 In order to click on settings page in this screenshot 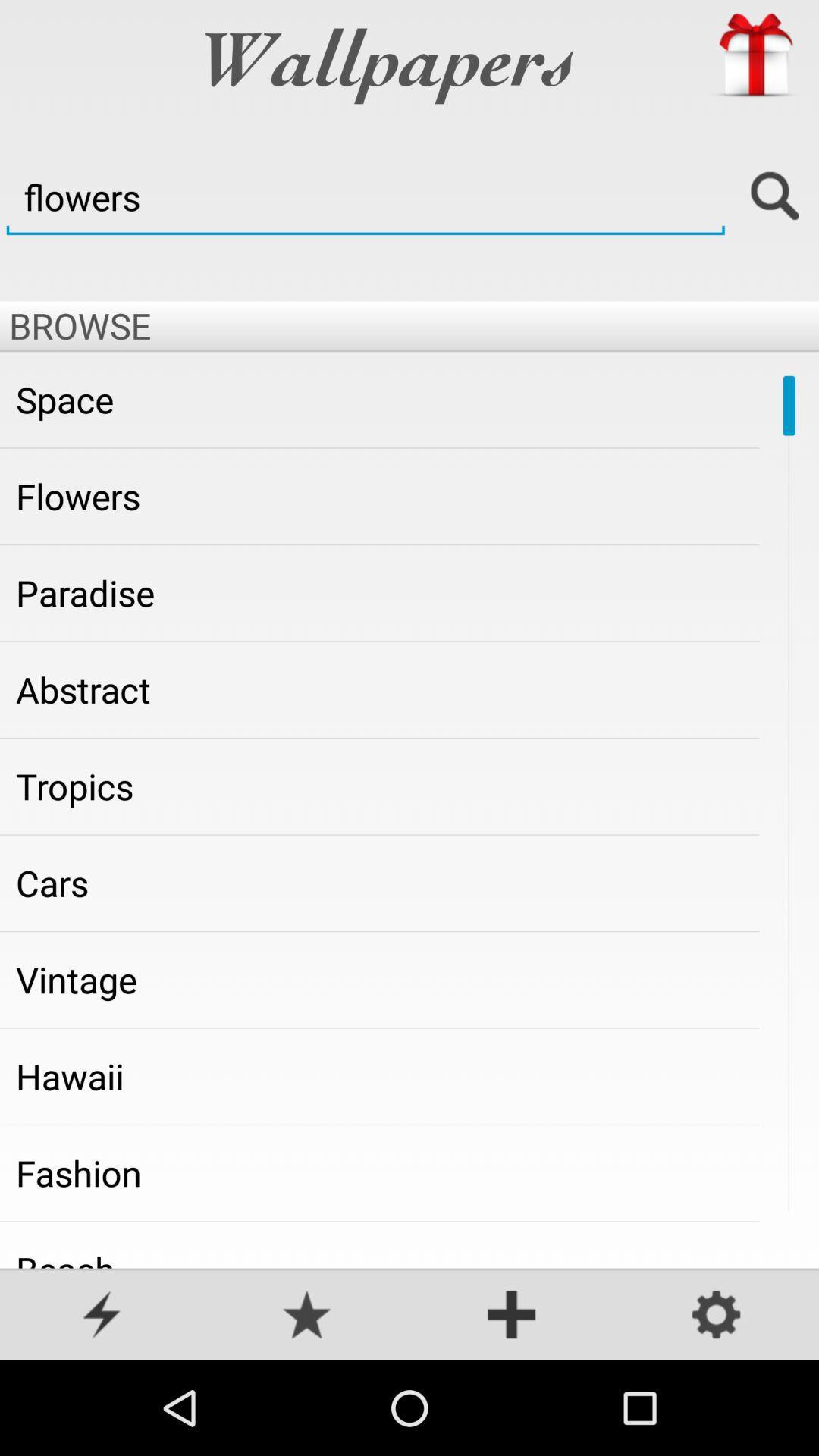, I will do `click(717, 1316)`.